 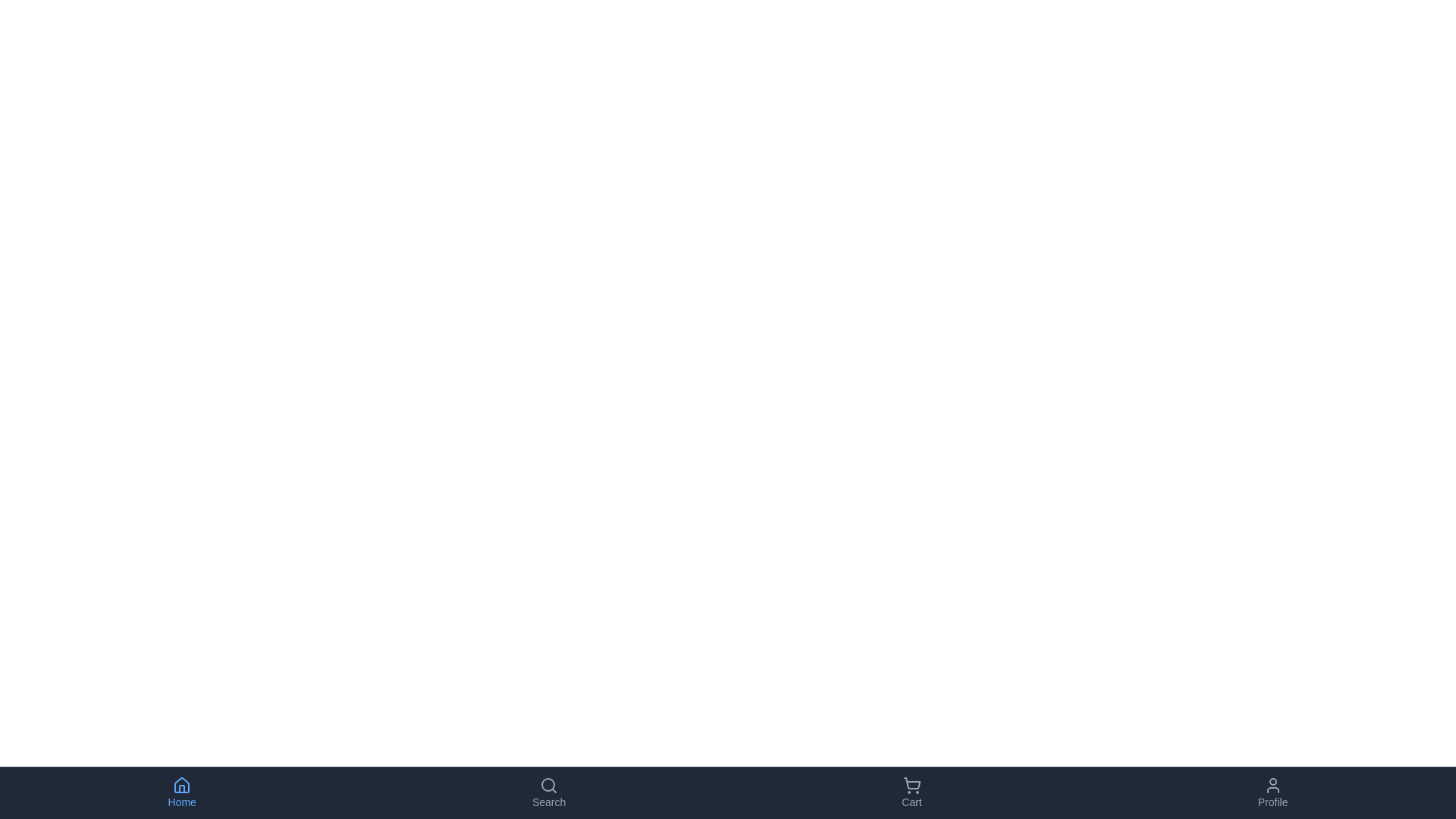 What do you see at coordinates (911, 801) in the screenshot?
I see `the gray text label reading 'Cart' located at the bottom-right corner of the navigation area with a dark background` at bounding box center [911, 801].